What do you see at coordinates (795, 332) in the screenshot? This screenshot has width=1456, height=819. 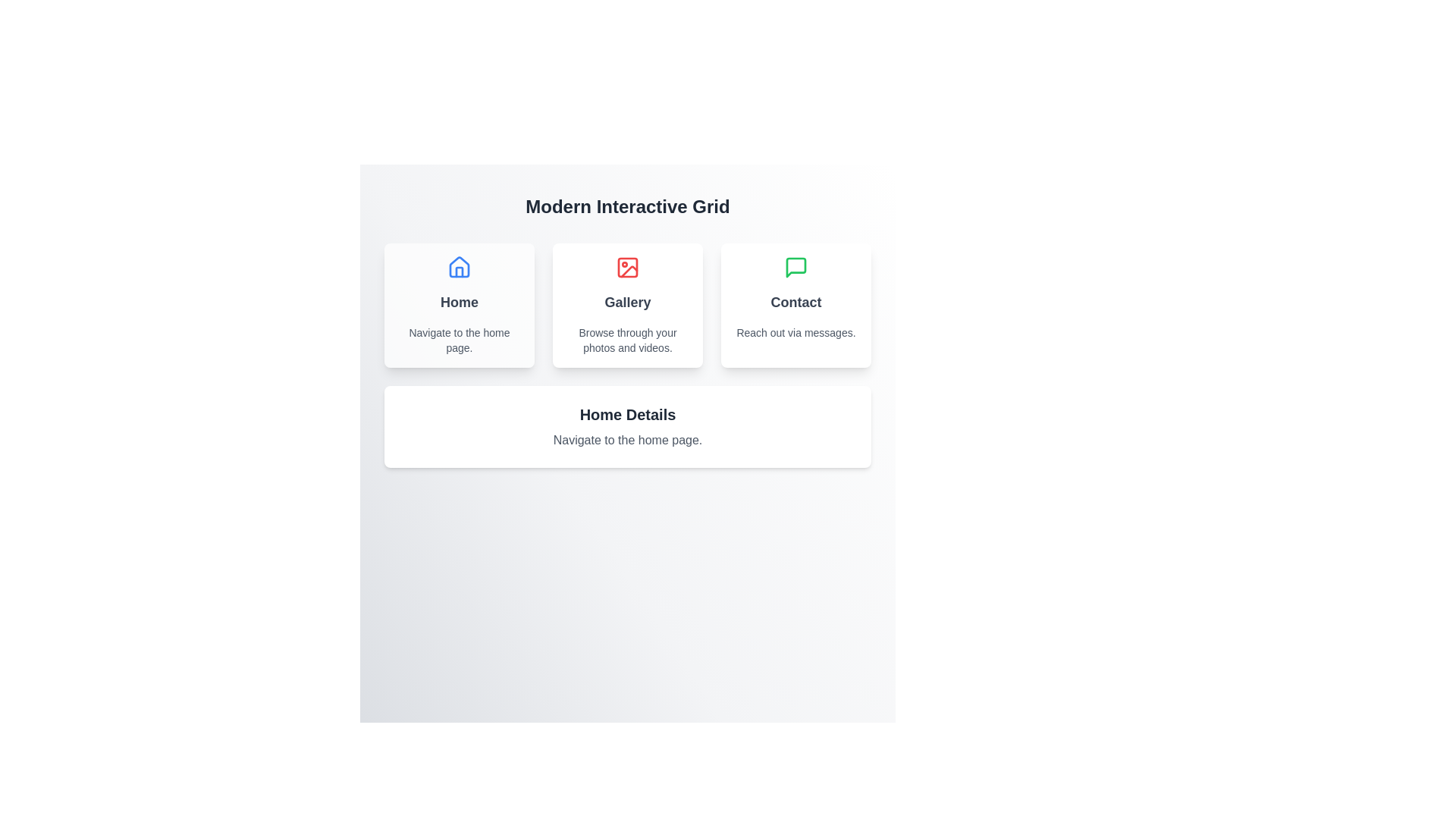 I see `the text label element that displays 'Reach out via messages.' located at the bottom of the 'Contact' card` at bounding box center [795, 332].